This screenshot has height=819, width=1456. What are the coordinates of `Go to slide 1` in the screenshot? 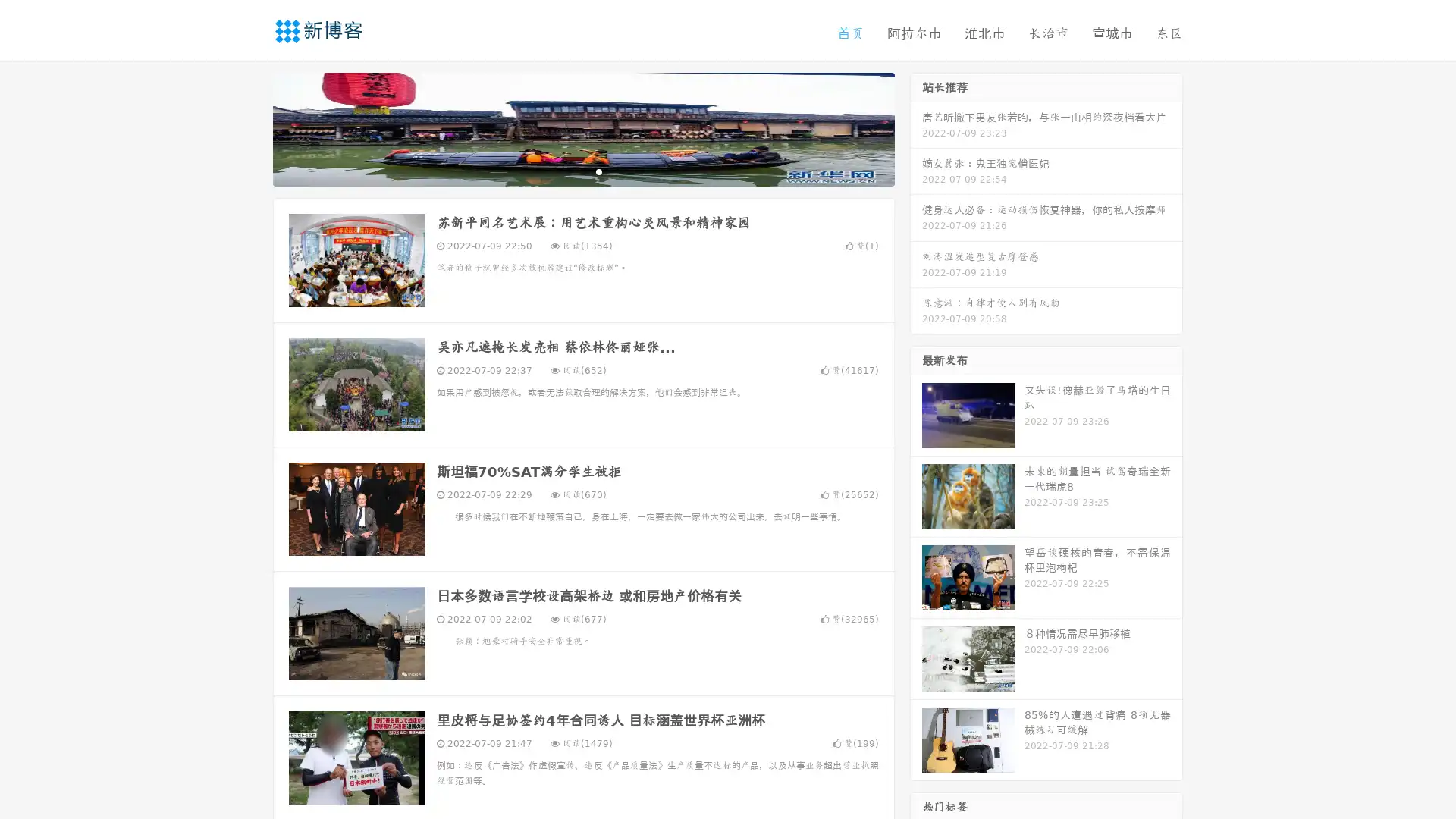 It's located at (567, 171).